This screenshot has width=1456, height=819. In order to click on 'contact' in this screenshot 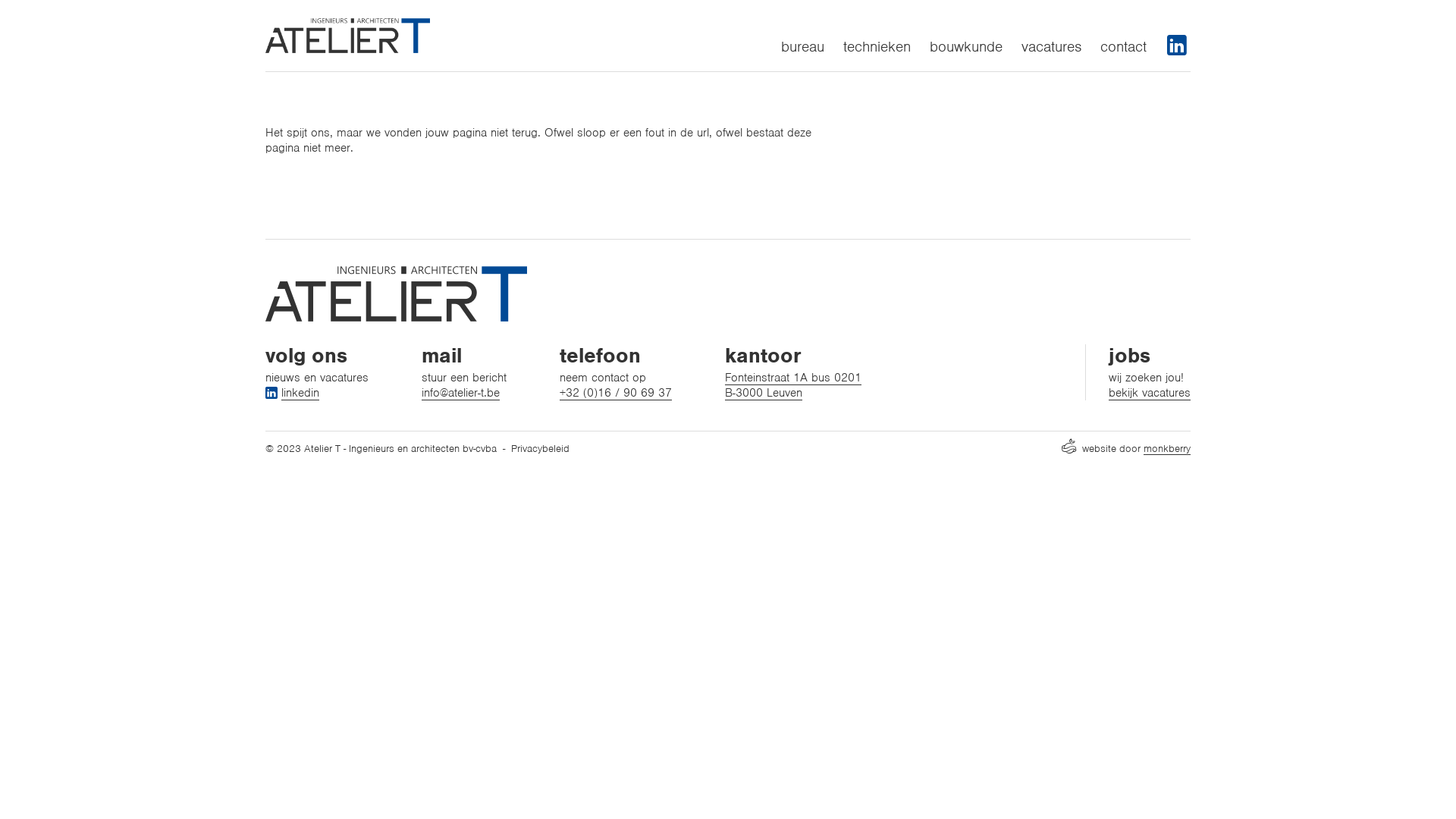, I will do `click(1123, 45)`.